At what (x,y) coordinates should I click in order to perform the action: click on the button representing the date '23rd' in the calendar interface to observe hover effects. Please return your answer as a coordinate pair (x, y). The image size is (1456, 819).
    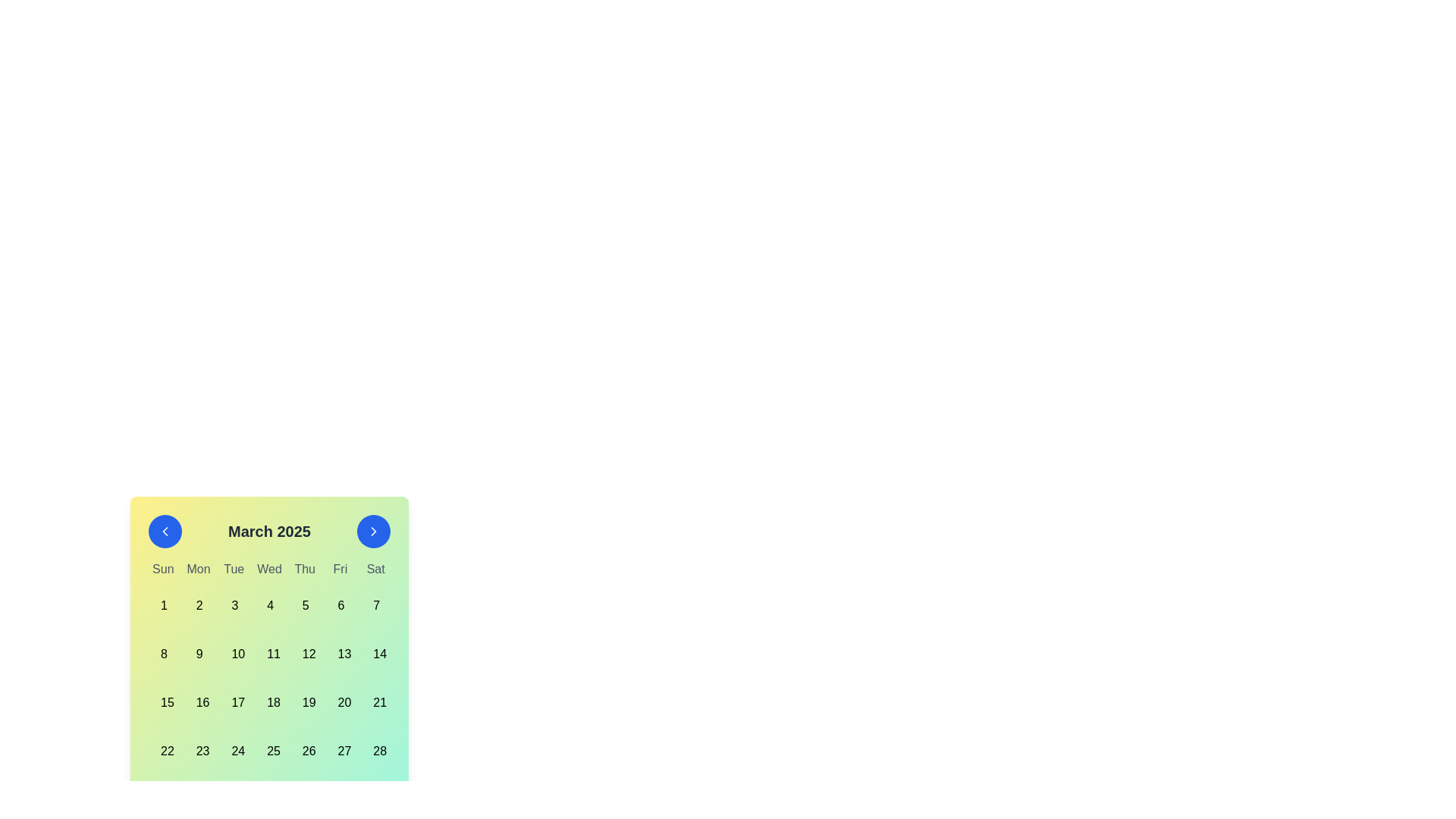
    Looking at the image, I should click on (198, 752).